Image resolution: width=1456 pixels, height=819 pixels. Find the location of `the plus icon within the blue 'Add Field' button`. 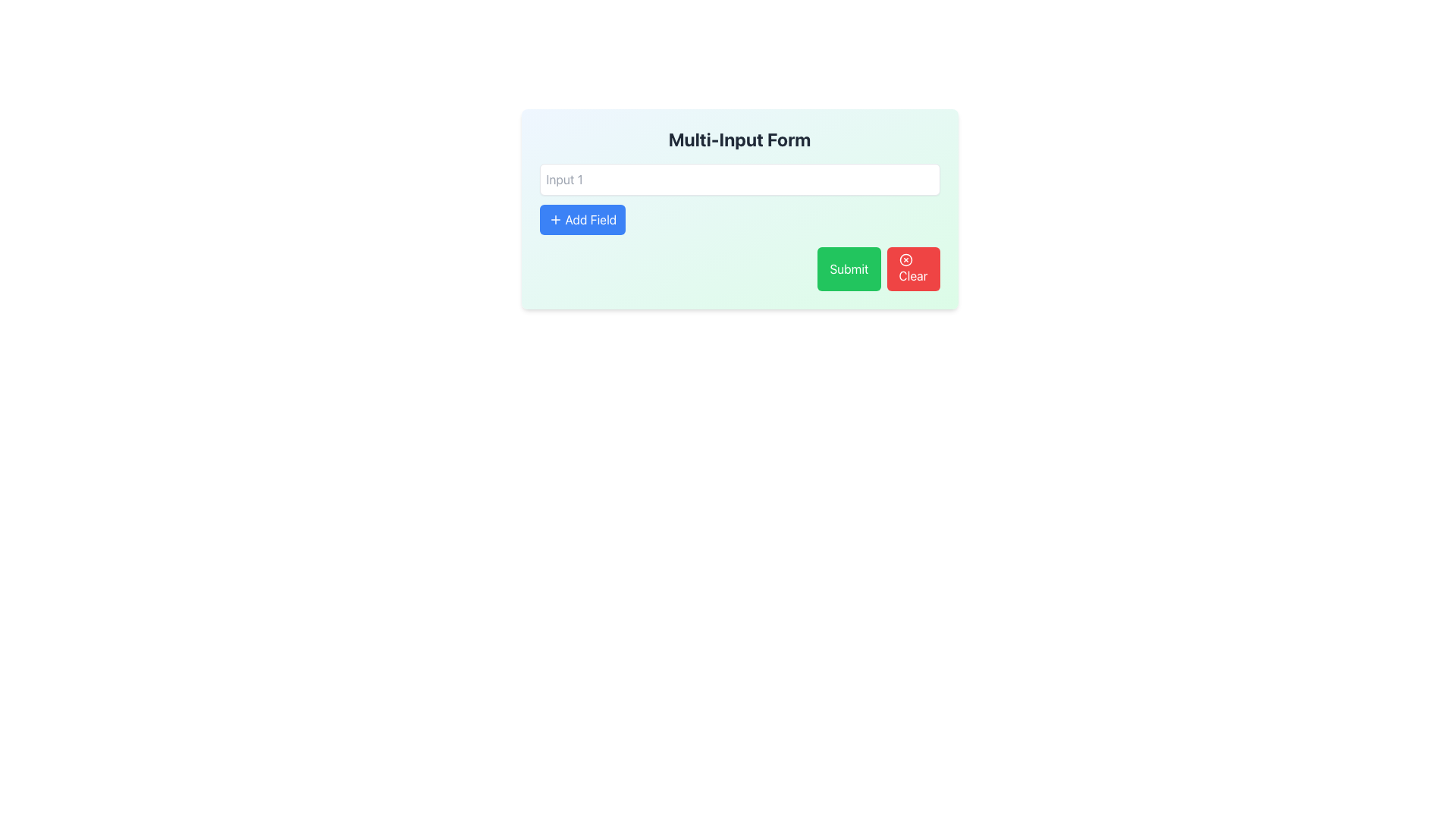

the plus icon within the blue 'Add Field' button is located at coordinates (554, 219).